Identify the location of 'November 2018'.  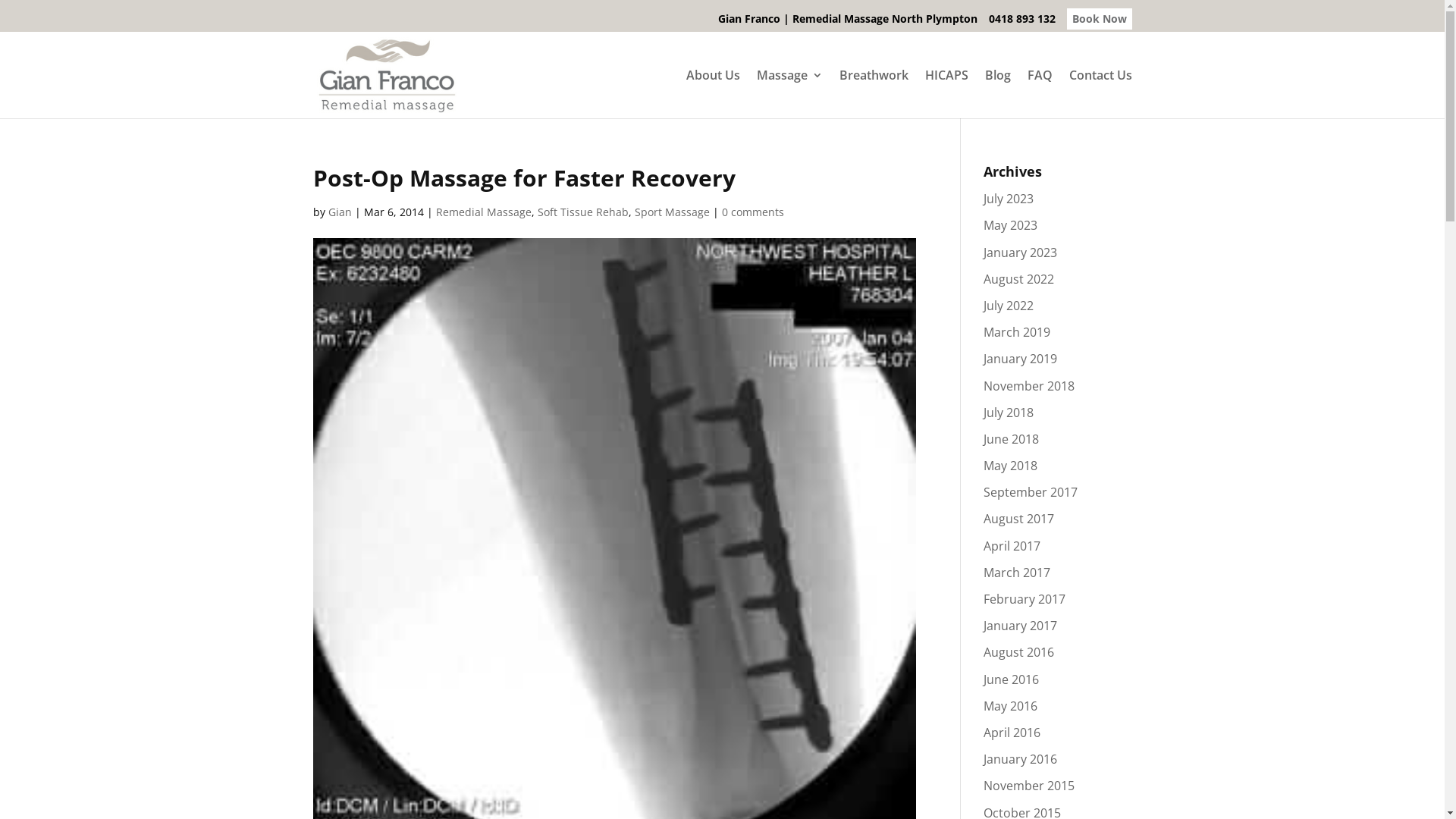
(1029, 385).